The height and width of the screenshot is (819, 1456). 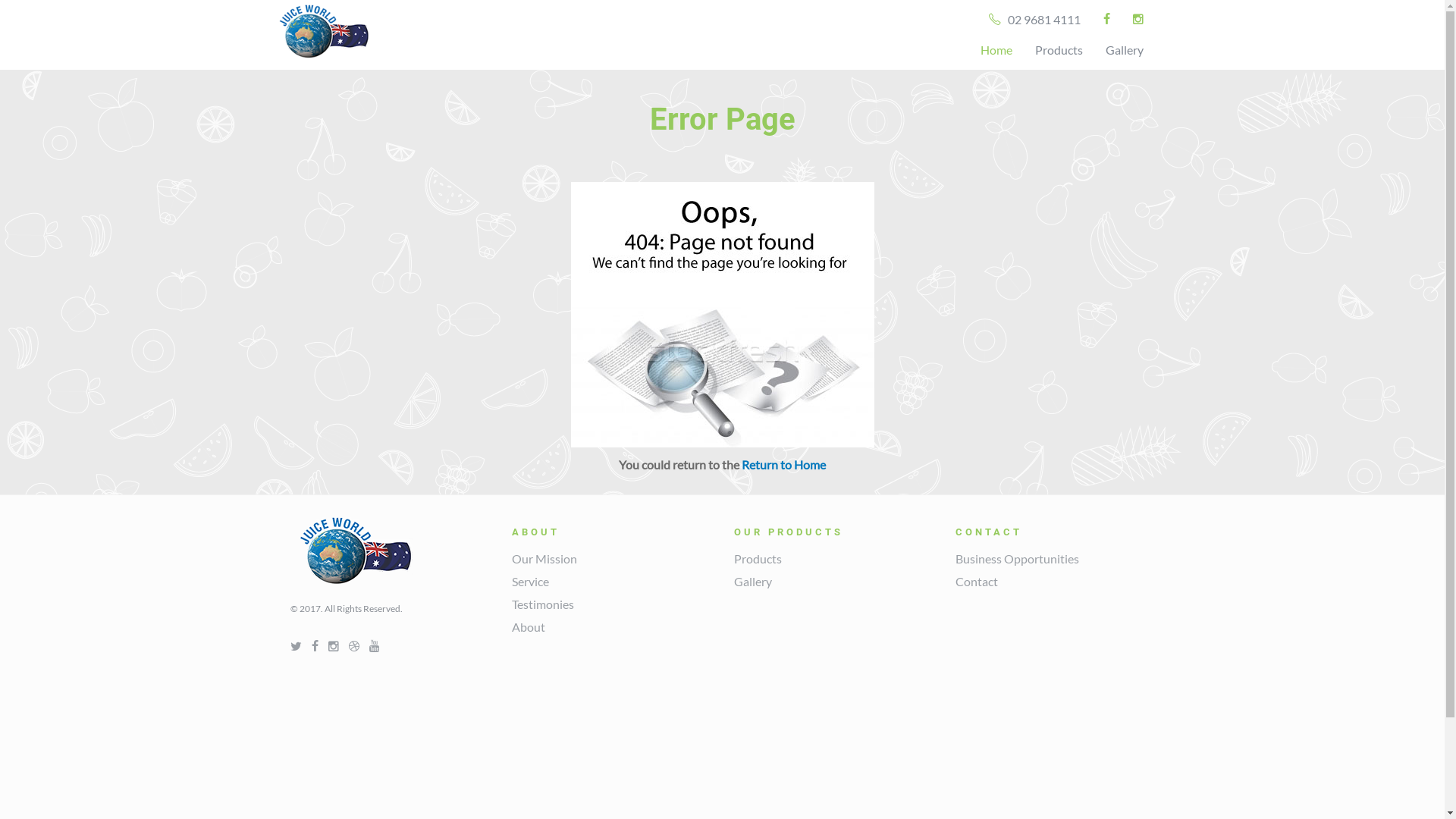 I want to click on 'Testimonies', so click(x=512, y=603).